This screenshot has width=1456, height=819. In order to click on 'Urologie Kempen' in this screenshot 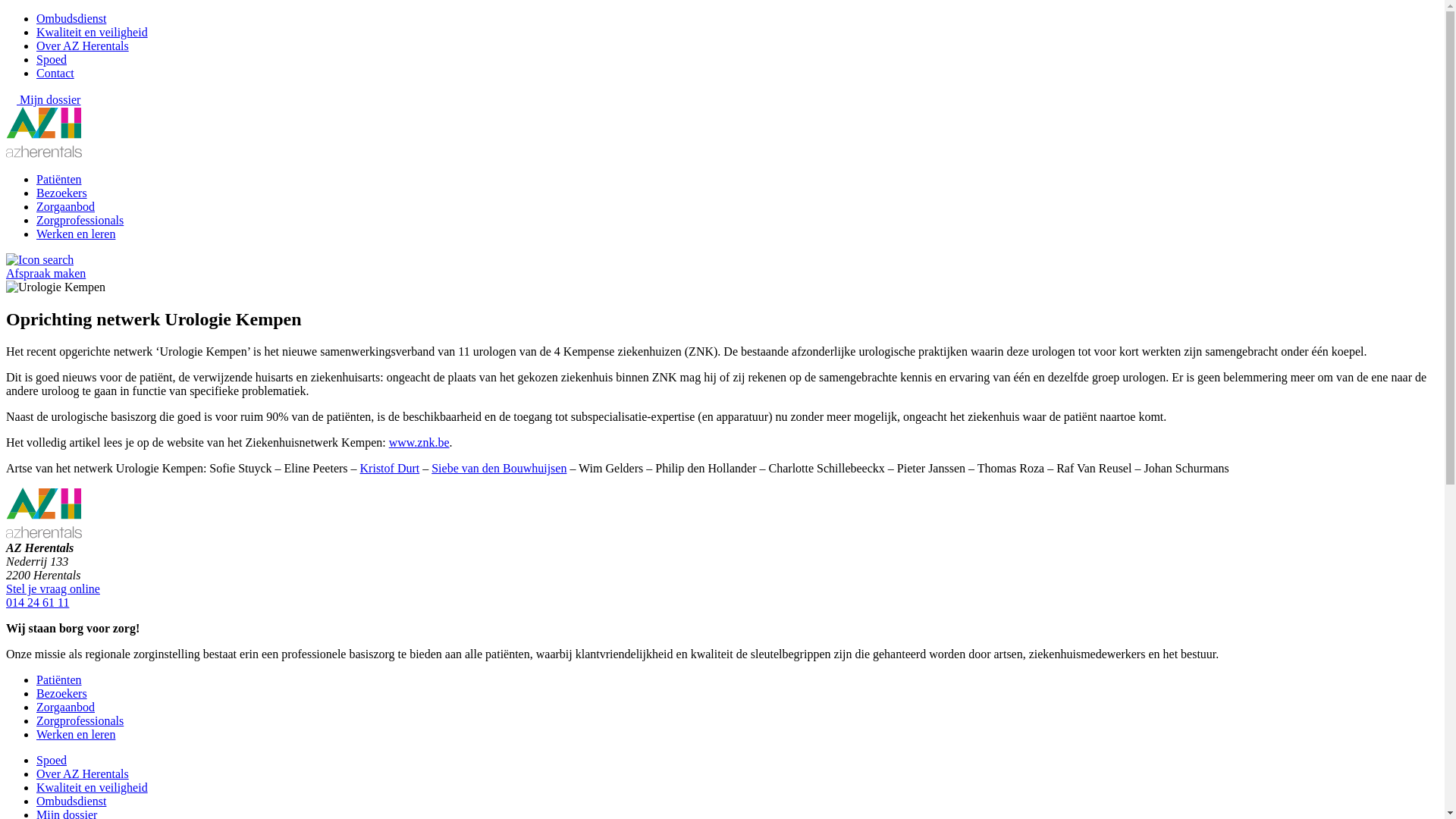, I will do `click(55, 287)`.